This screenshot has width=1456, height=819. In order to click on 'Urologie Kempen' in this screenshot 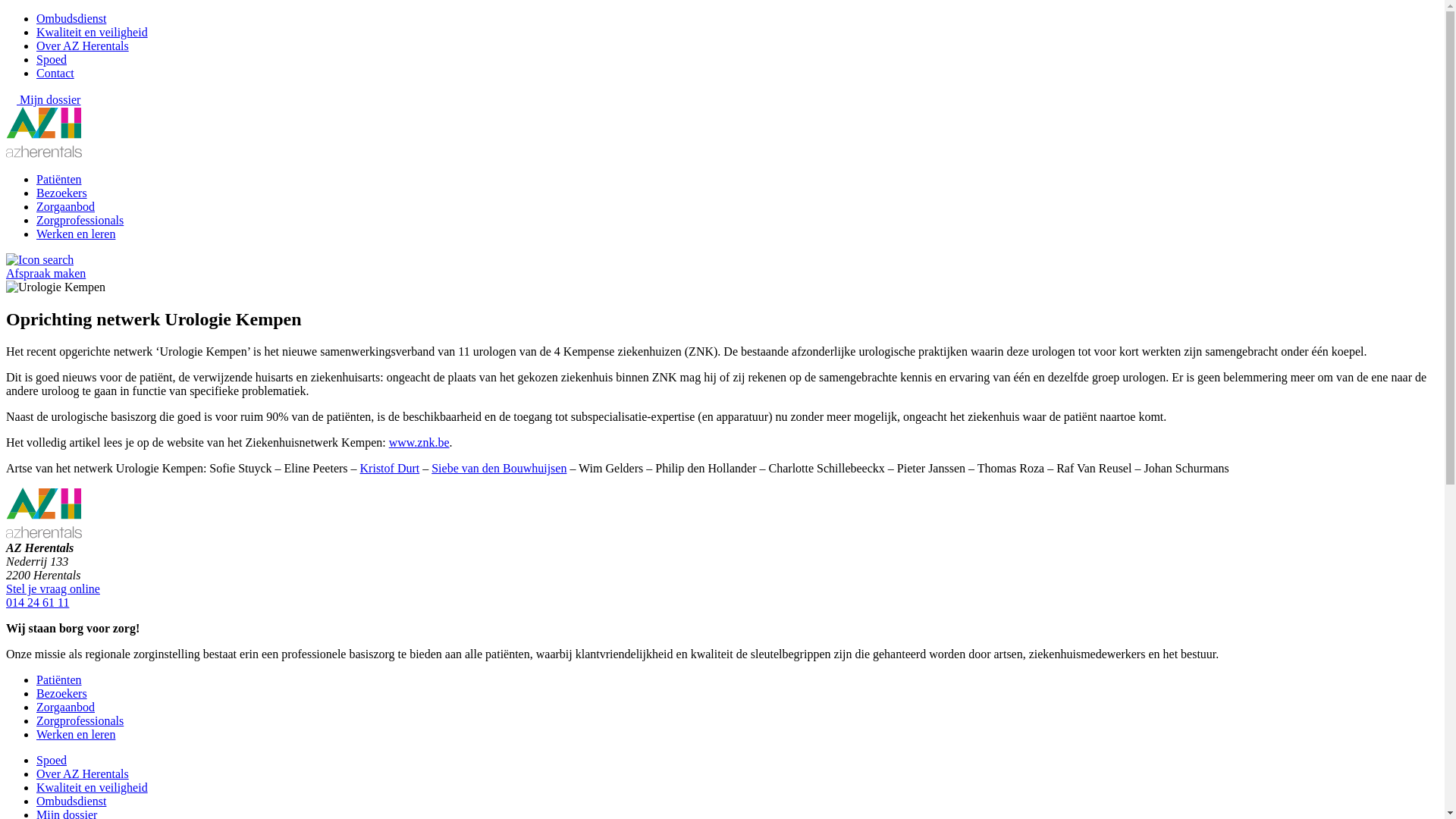, I will do `click(55, 287)`.